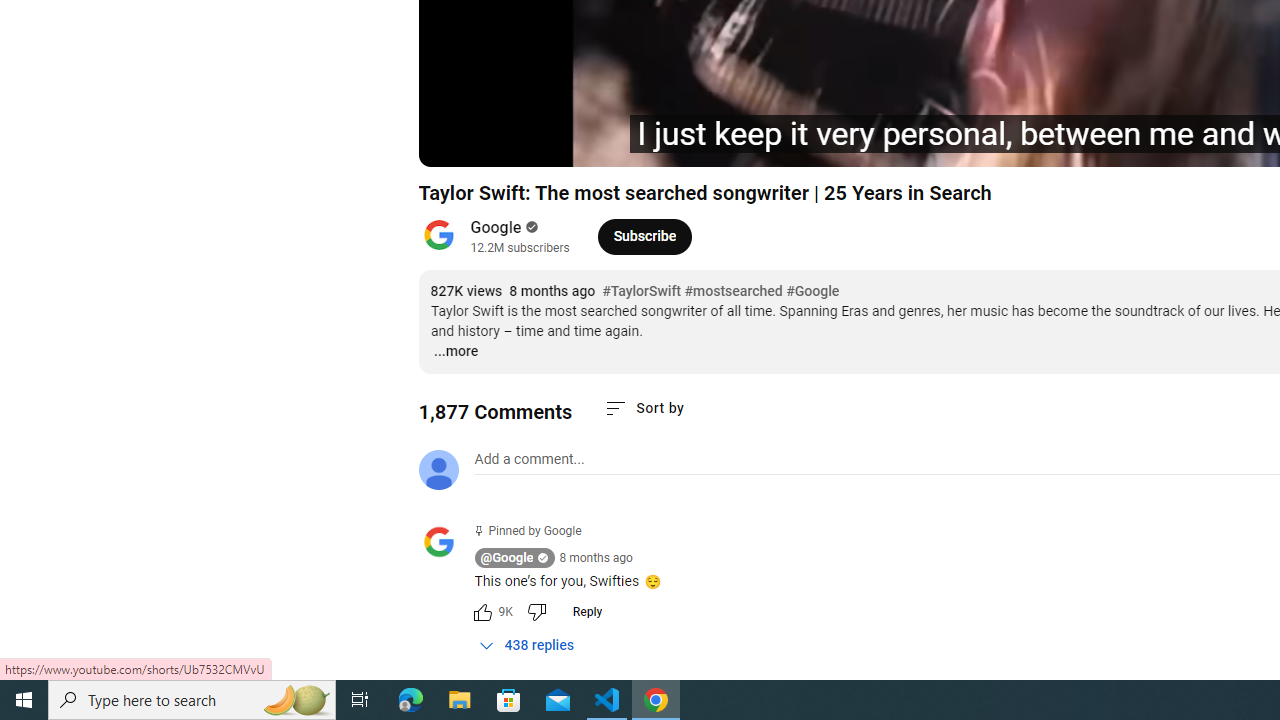  I want to click on 'Sort comments', so click(644, 407).